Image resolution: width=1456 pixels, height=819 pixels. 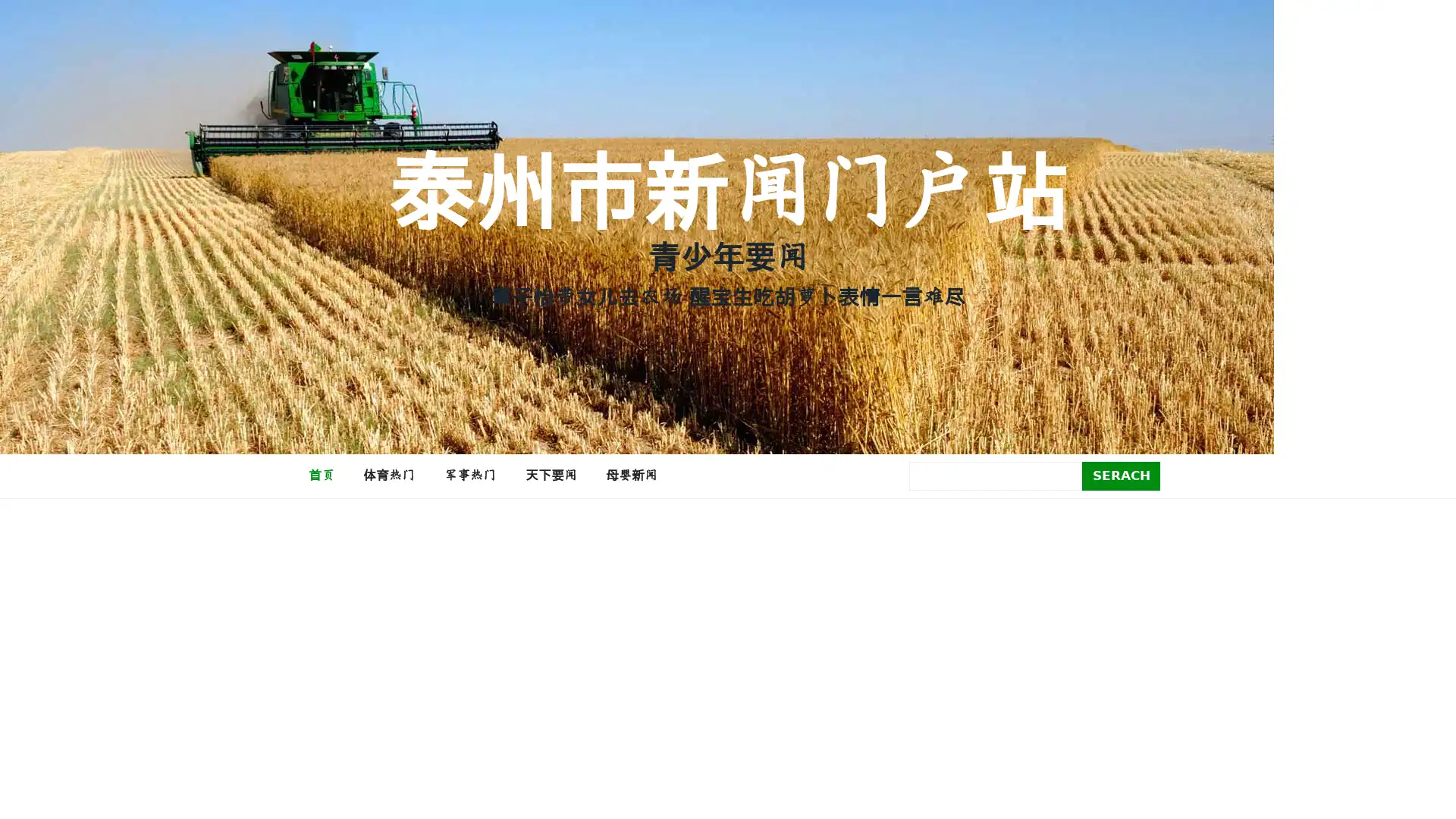 What do you see at coordinates (1121, 475) in the screenshot?
I see `serach` at bounding box center [1121, 475].